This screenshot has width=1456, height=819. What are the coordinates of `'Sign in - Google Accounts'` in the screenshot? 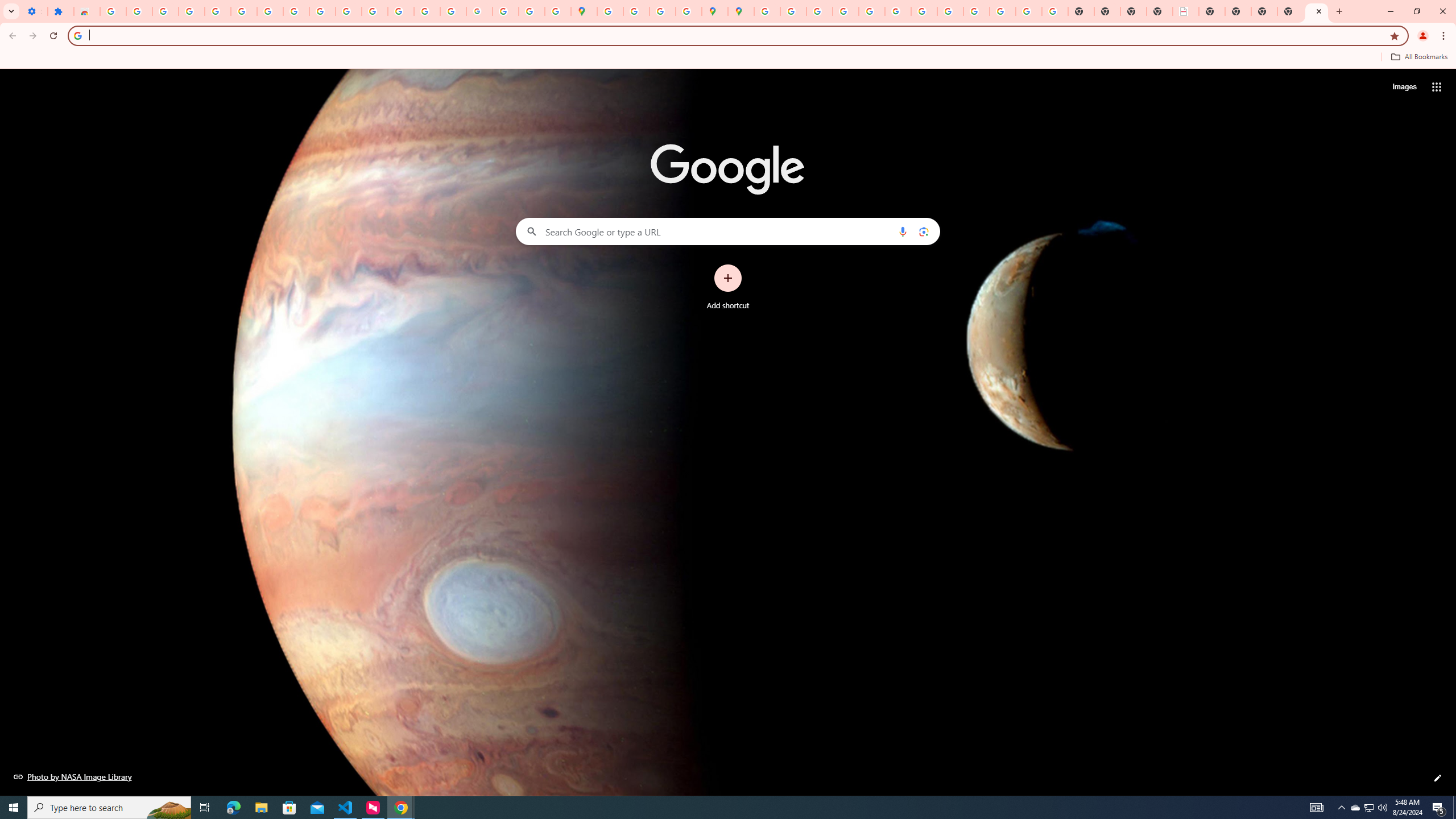 It's located at (112, 11).